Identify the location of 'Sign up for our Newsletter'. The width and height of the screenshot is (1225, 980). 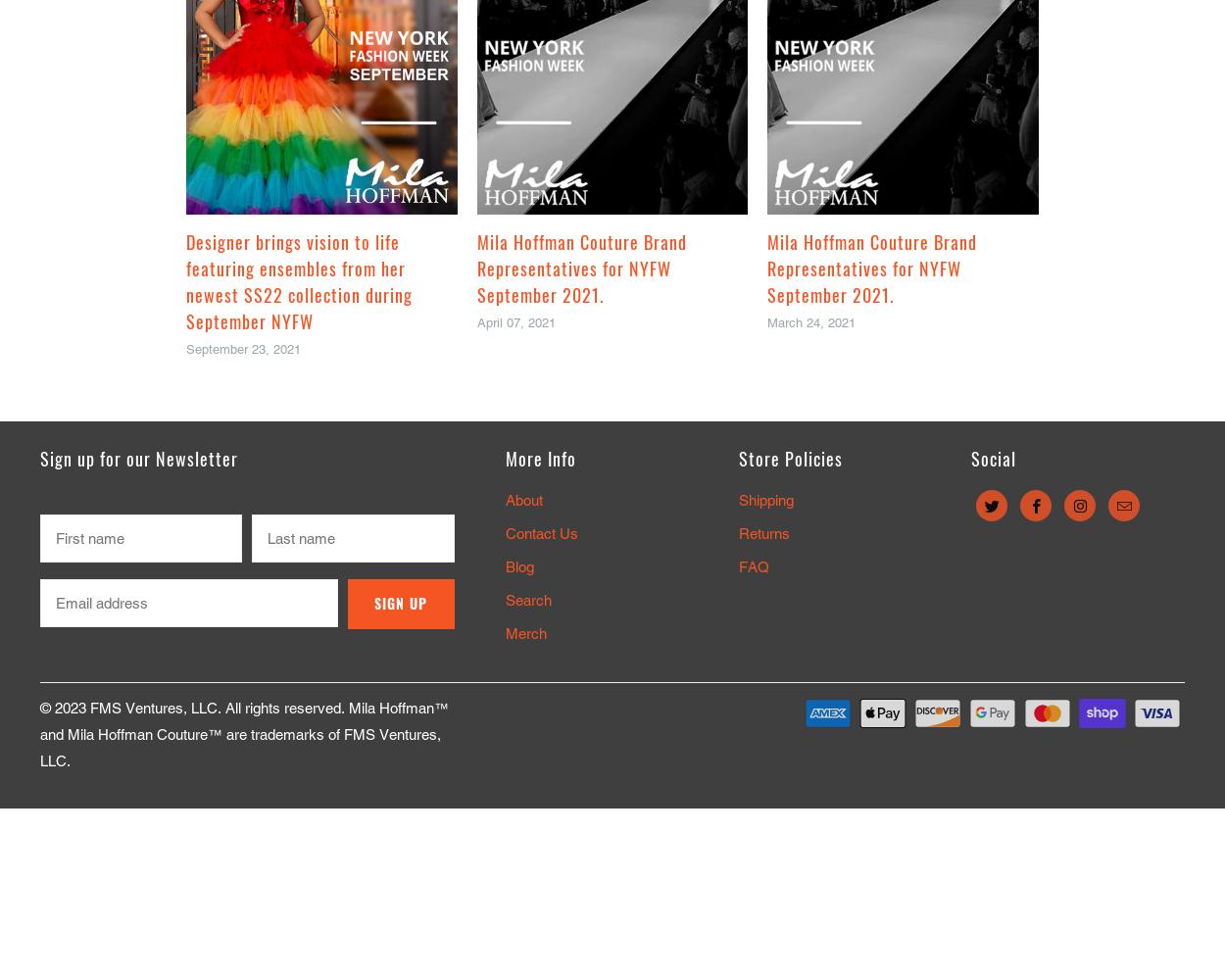
(139, 458).